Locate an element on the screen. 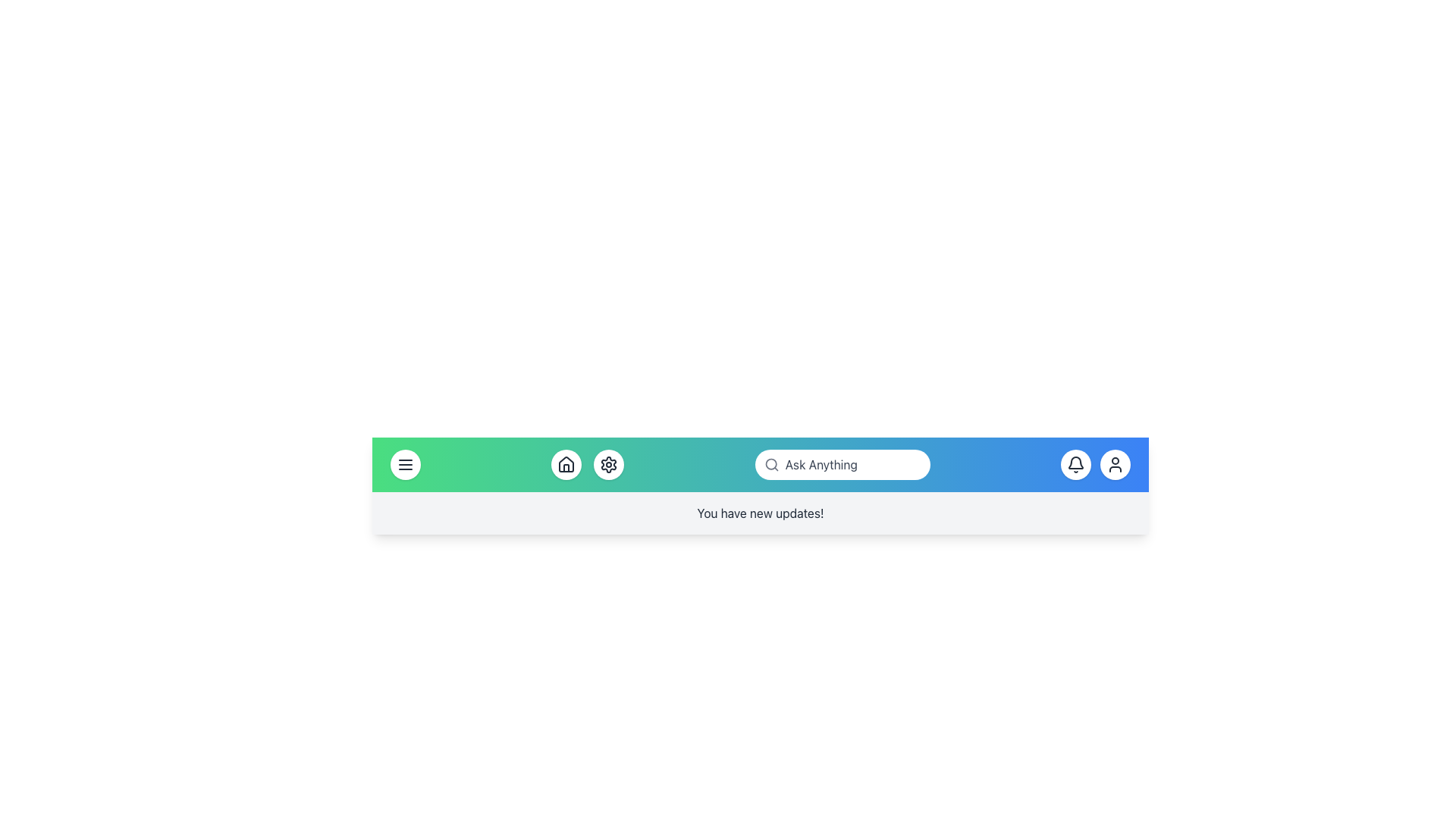 The image size is (1456, 819). the gear icon button in the navigation bar, which represents settings functionality is located at coordinates (609, 464).